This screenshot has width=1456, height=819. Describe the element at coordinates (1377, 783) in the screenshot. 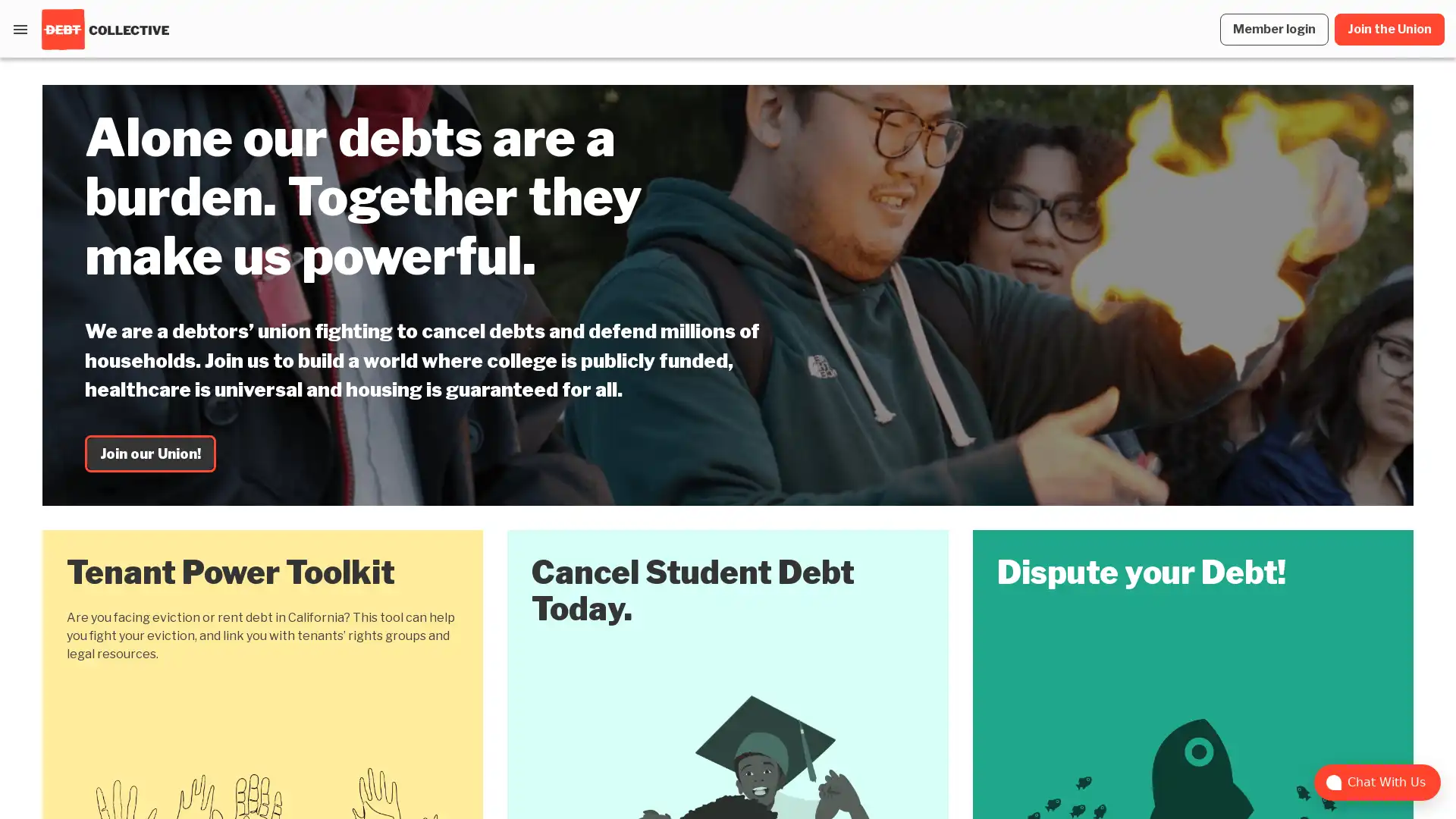

I see `bubble-icon Chat With Us` at that location.